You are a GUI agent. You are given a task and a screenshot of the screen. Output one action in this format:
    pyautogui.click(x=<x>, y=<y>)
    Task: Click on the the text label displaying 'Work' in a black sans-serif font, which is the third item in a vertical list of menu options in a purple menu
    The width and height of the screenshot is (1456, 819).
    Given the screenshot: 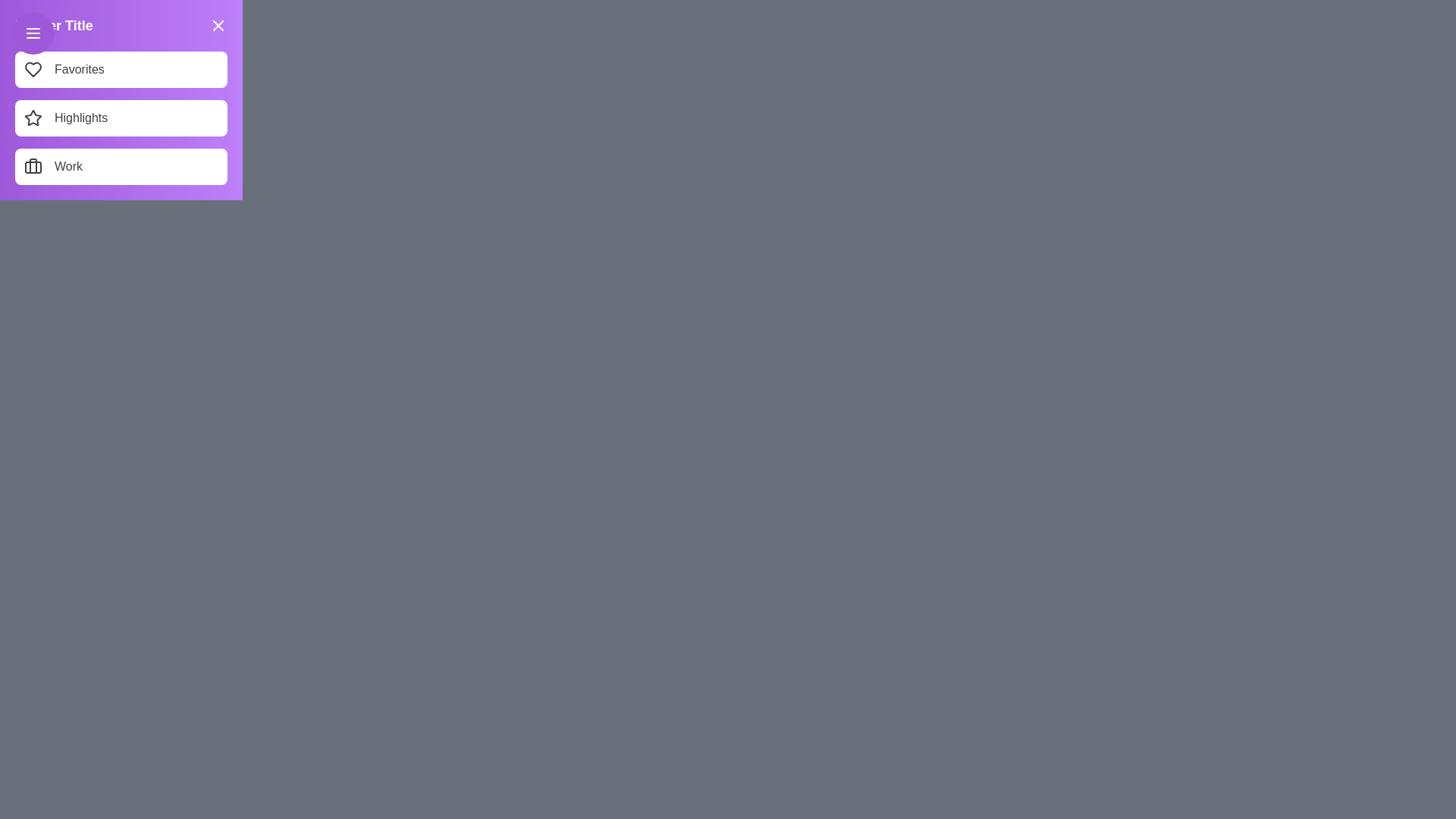 What is the action you would take?
    pyautogui.click(x=67, y=166)
    